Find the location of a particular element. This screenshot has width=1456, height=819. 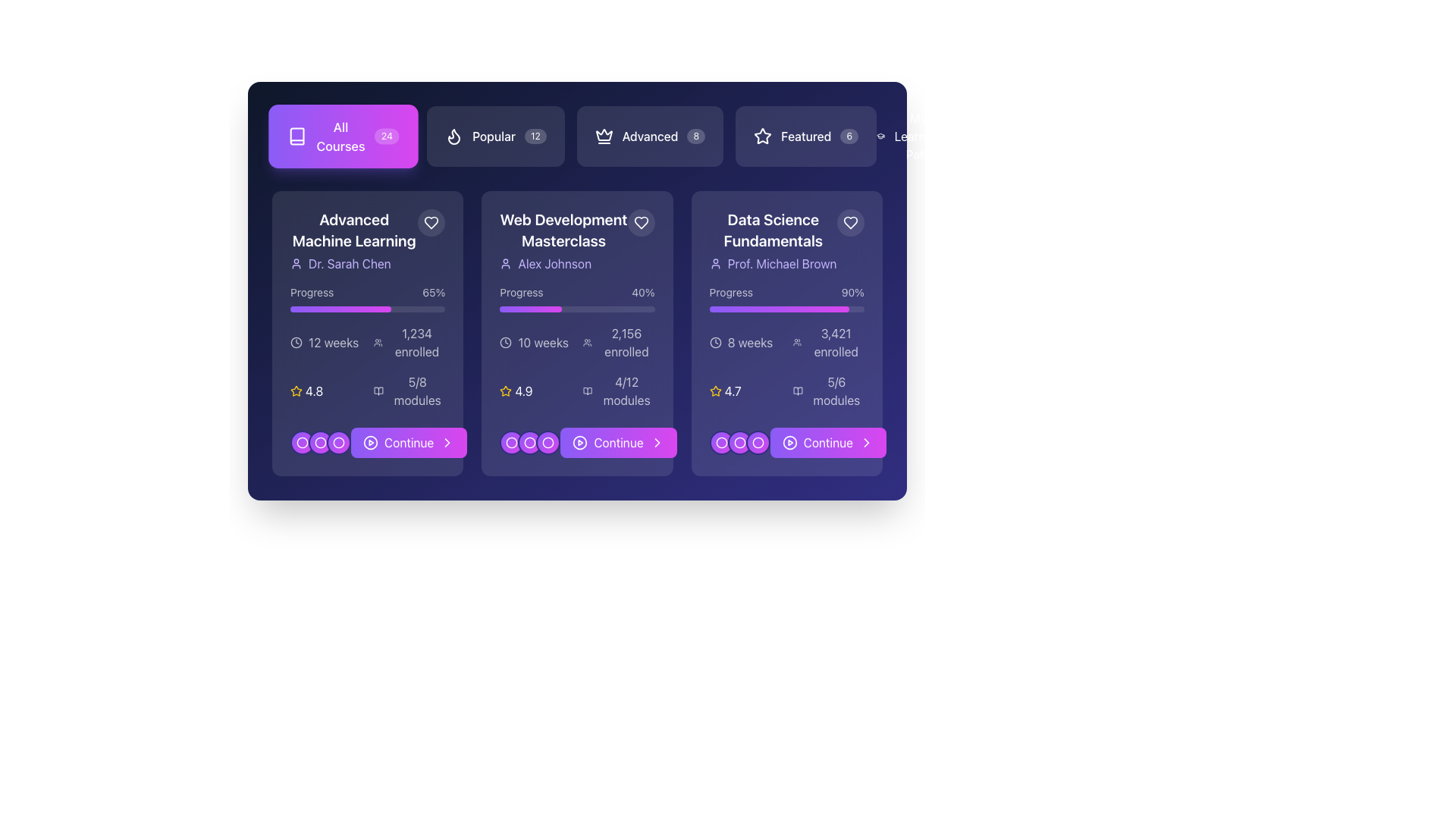

the 'Advanced' text label within the rounded rectangular button located in the middle section of the navigation row, which is flanked by an icon on the left and a numerical badge '8' on the right is located at coordinates (650, 136).